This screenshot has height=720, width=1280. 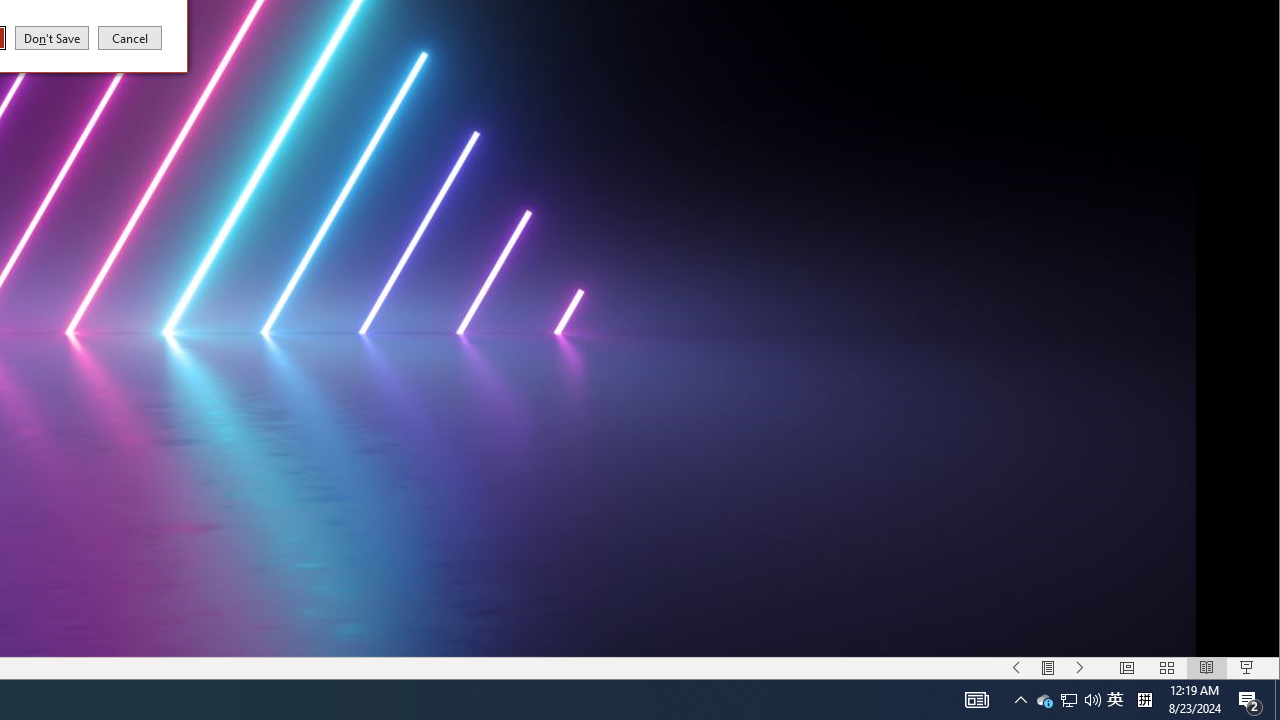 What do you see at coordinates (1068, 698) in the screenshot?
I see `'Menu On'` at bounding box center [1068, 698].